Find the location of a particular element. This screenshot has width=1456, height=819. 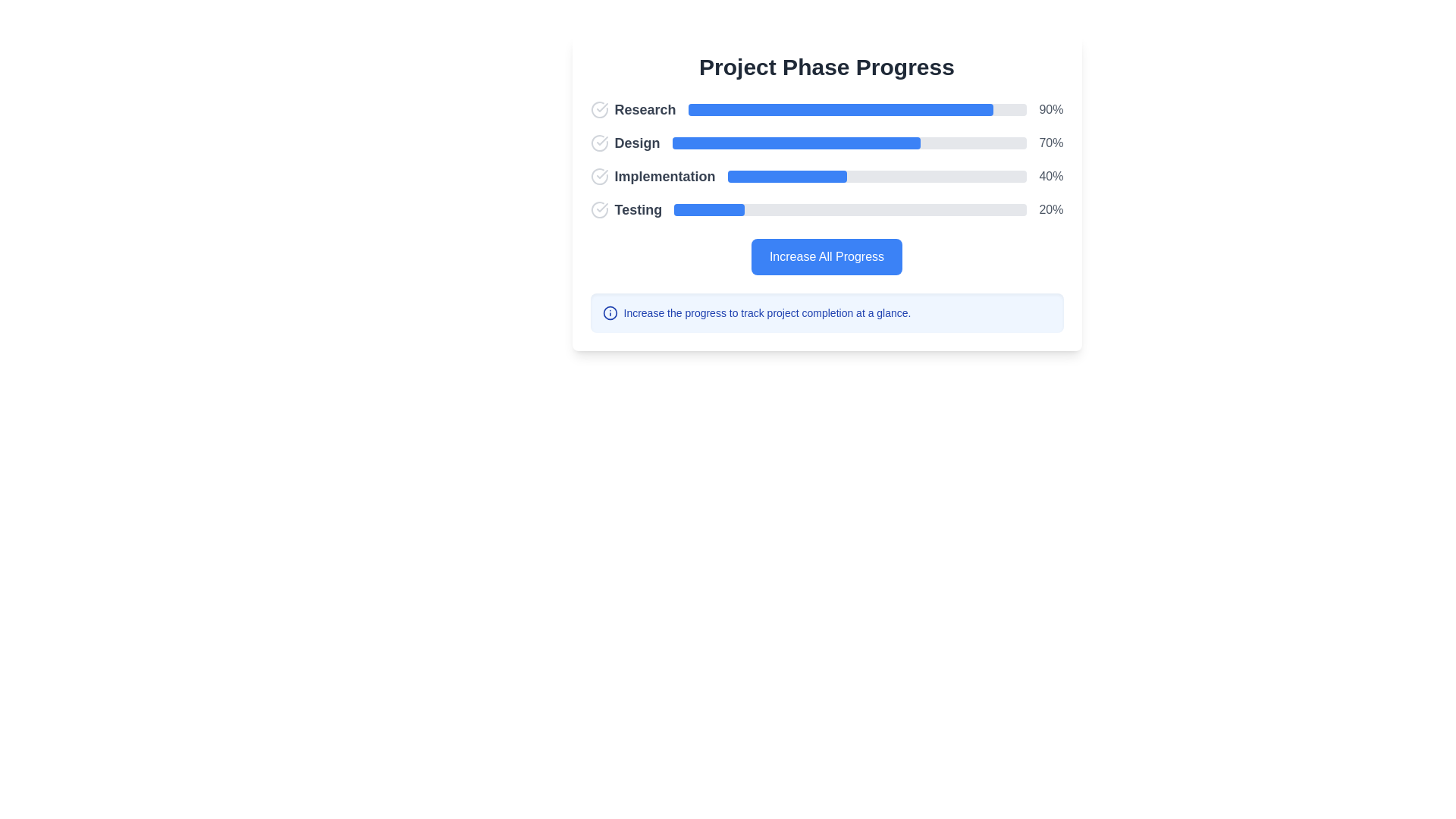

the 'Implementation' text label with a circular check icon located between the 'Design' and 'Testing' phases in the project phases list is located at coordinates (652, 175).